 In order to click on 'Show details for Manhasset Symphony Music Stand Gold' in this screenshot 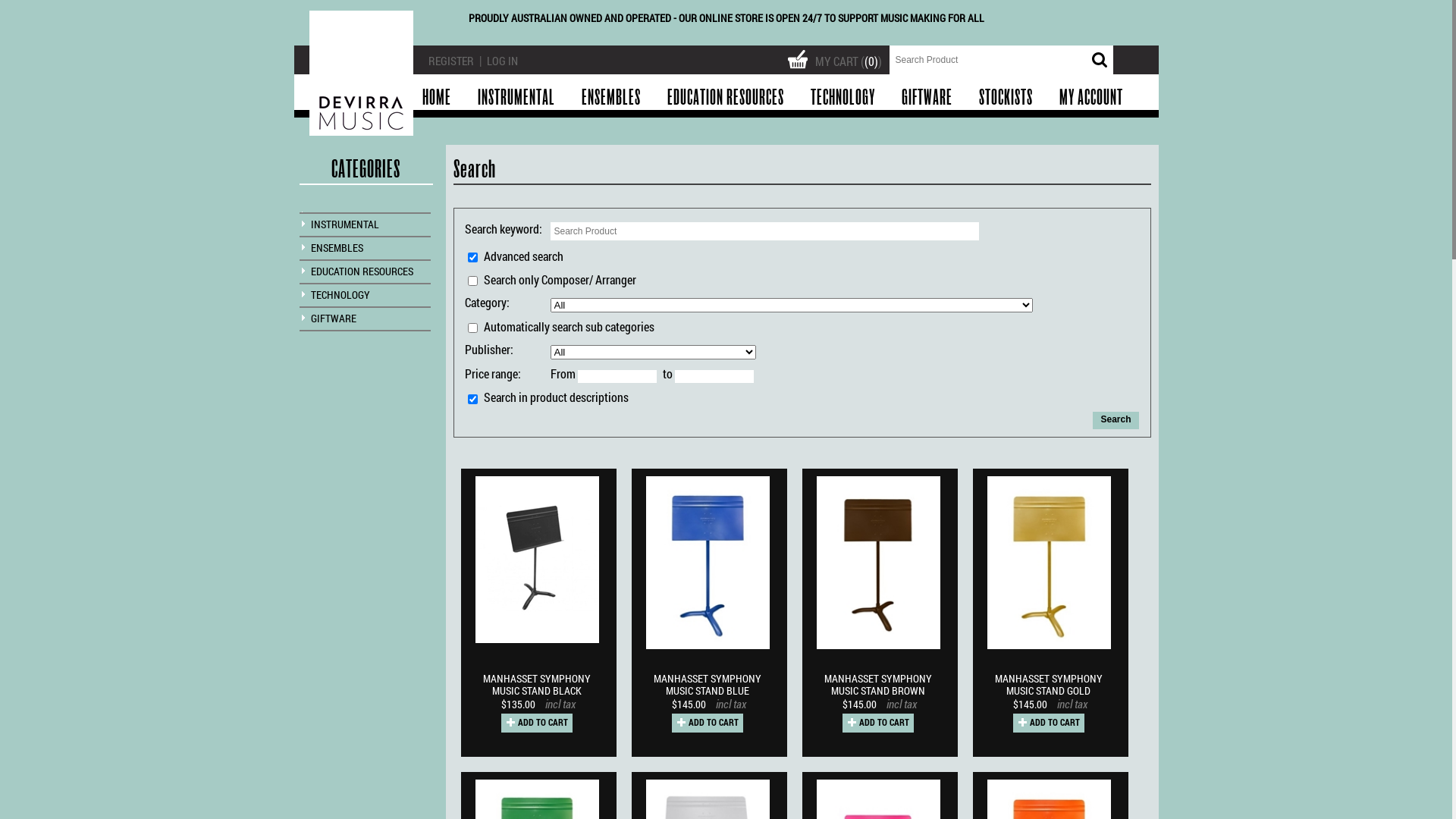, I will do `click(1048, 563)`.